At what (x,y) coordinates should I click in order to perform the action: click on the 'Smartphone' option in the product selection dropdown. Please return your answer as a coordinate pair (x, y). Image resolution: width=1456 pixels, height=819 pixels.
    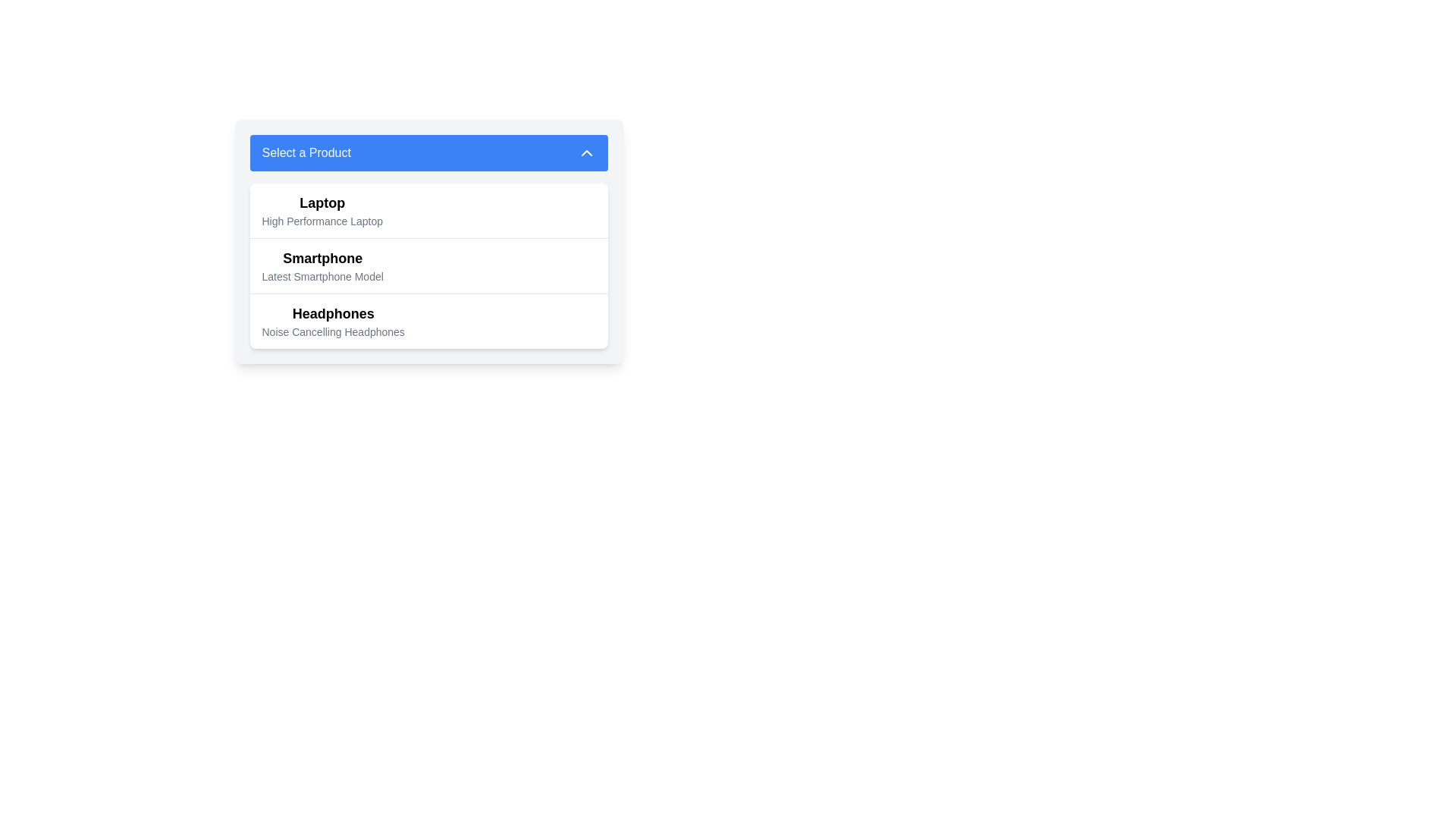
    Looking at the image, I should click on (322, 257).